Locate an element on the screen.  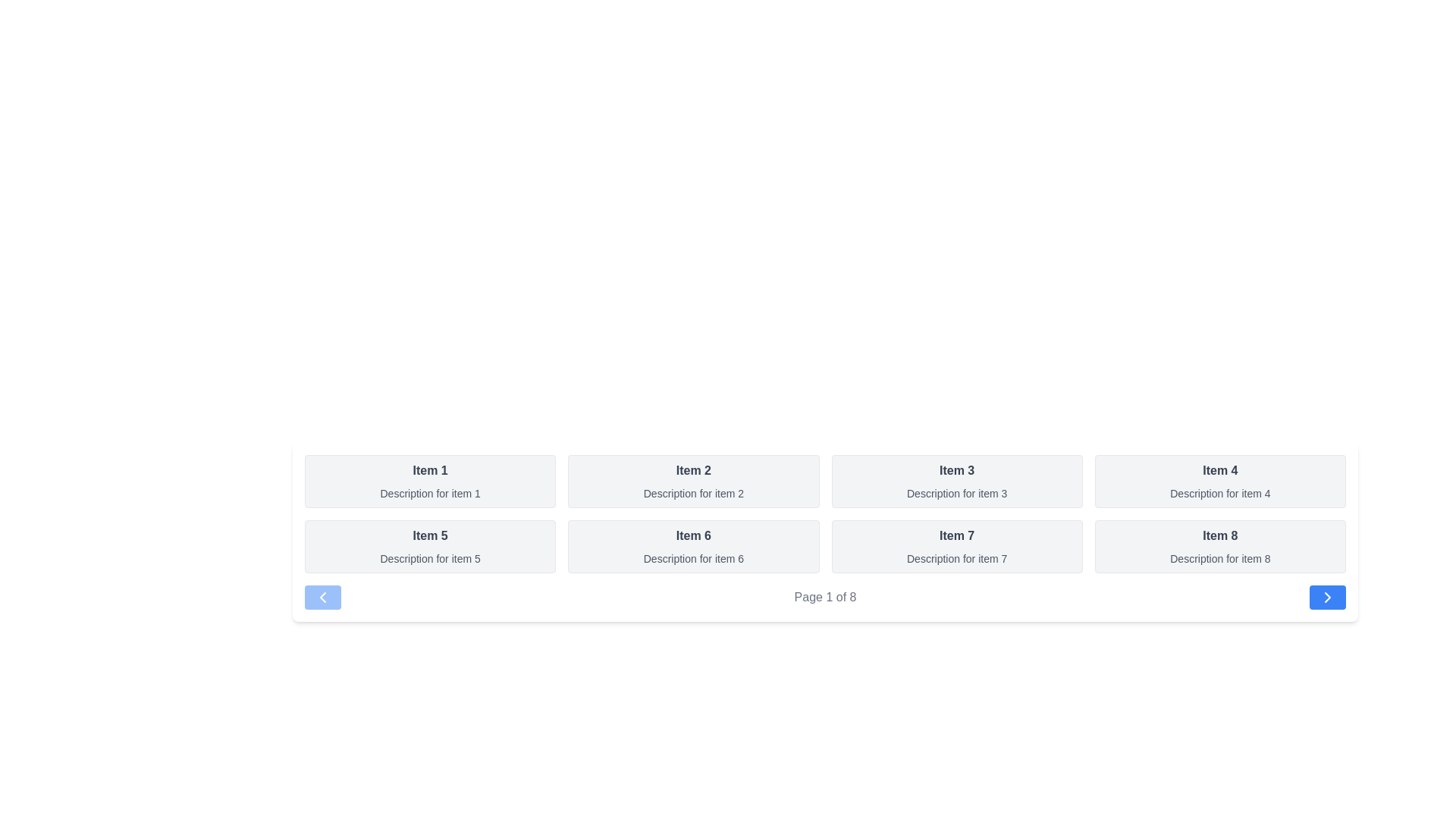
the content of the descriptive card for 'Item 8' located in the bottom-right corner of the 4x2 grid layout is located at coordinates (1220, 547).